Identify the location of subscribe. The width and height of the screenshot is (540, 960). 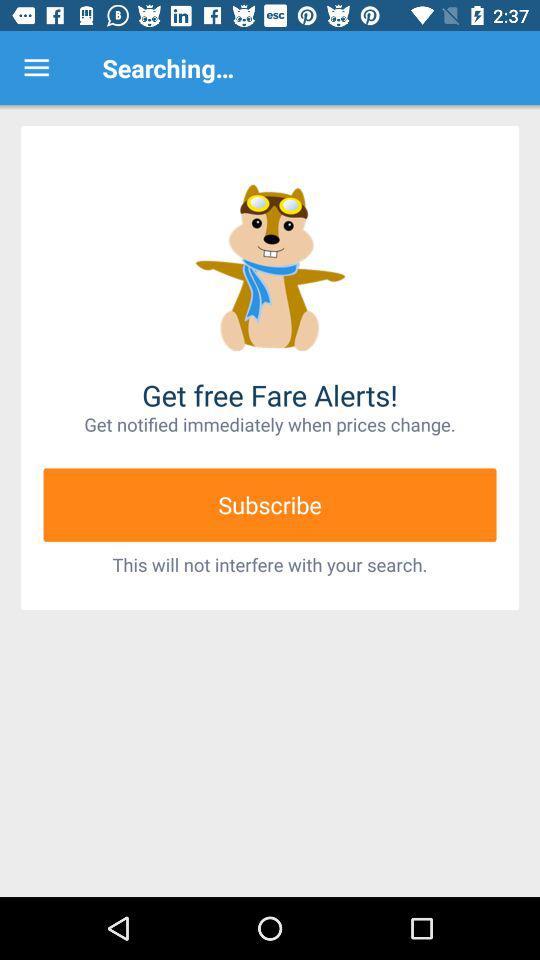
(270, 504).